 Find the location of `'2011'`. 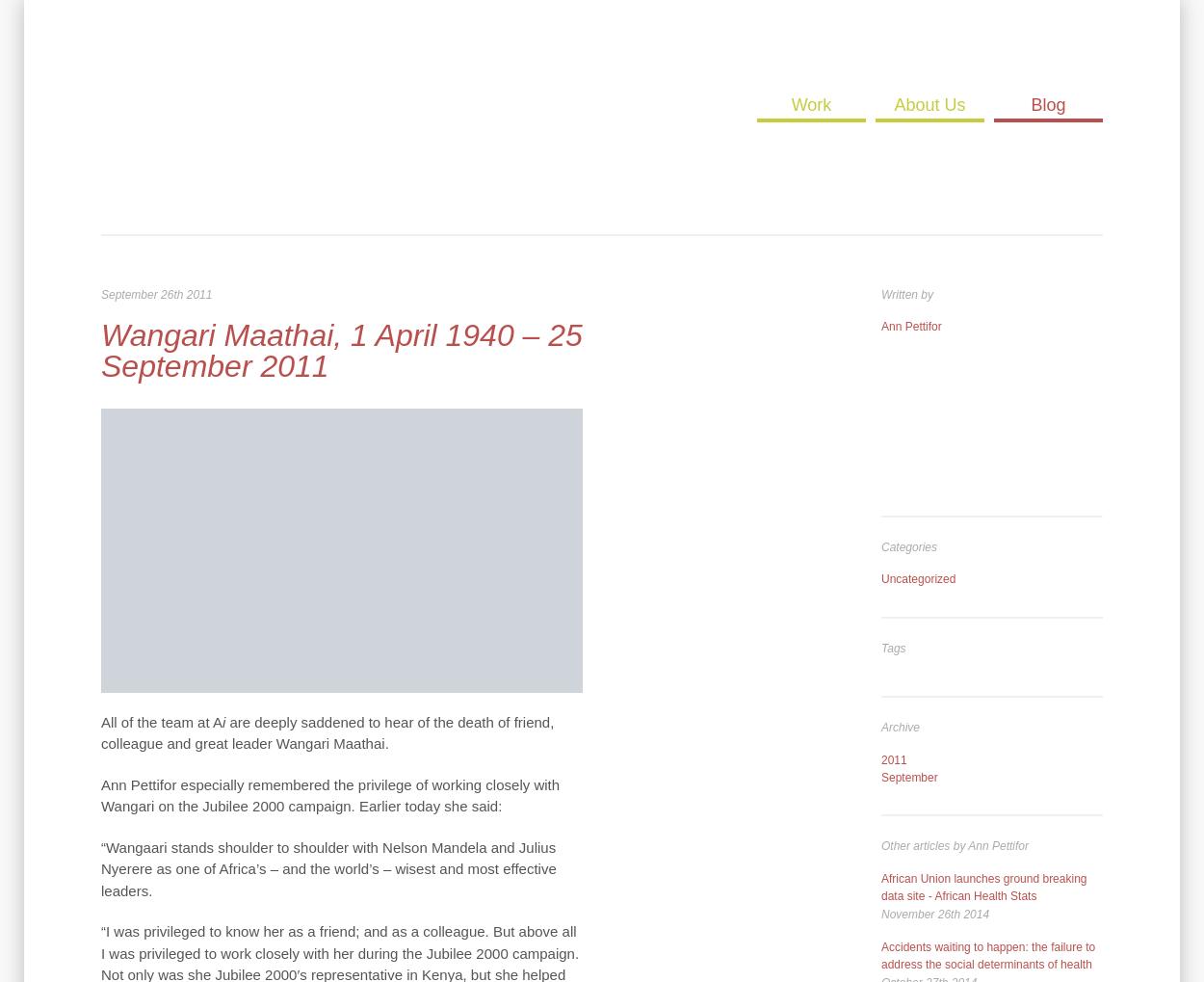

'2011' is located at coordinates (893, 757).